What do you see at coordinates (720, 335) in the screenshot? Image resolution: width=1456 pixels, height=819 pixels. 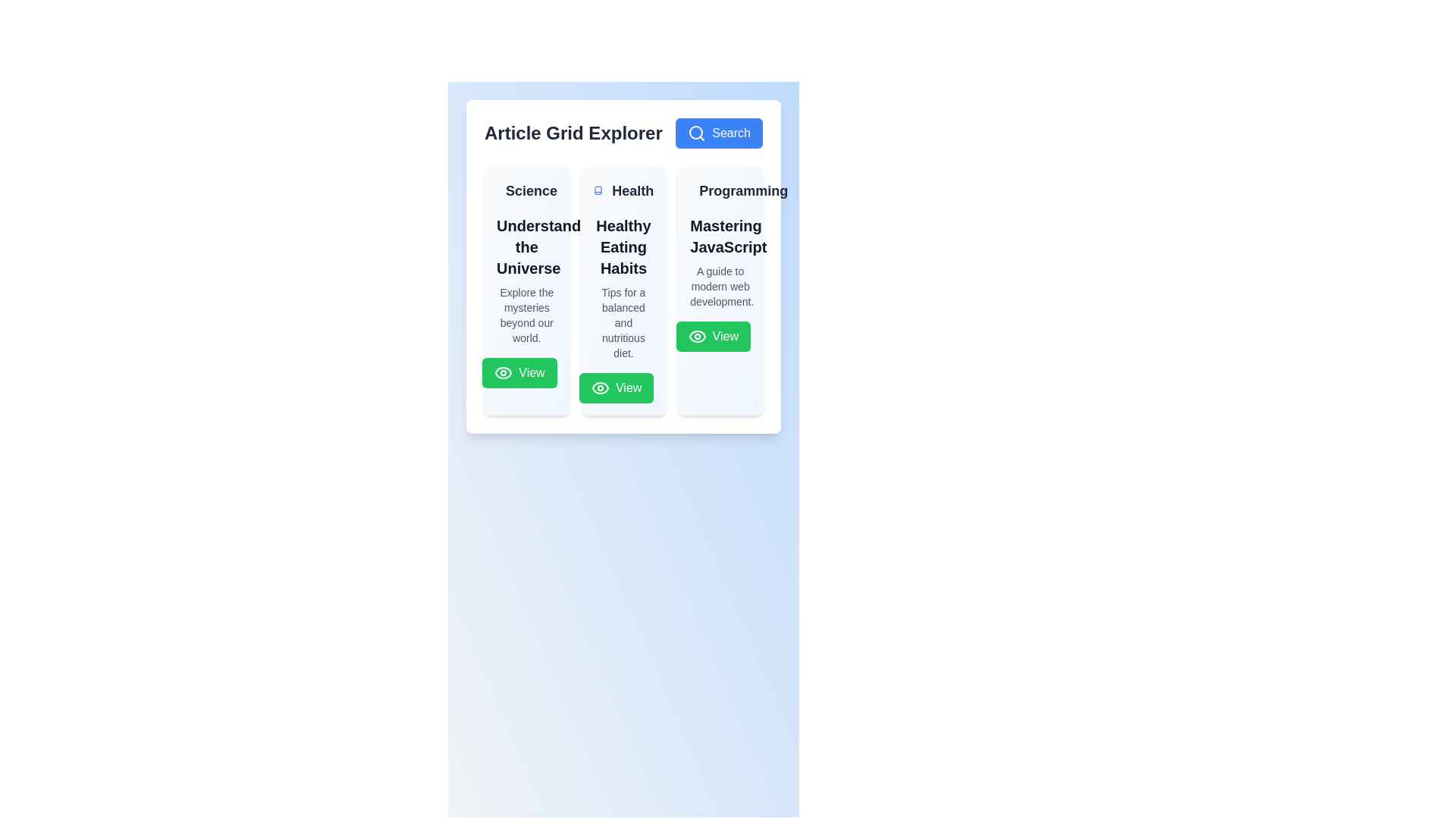 I see `the button located at the bottom-right corner of the 'Programming' card, labeled 'Mastering JavaScript'` at bounding box center [720, 335].